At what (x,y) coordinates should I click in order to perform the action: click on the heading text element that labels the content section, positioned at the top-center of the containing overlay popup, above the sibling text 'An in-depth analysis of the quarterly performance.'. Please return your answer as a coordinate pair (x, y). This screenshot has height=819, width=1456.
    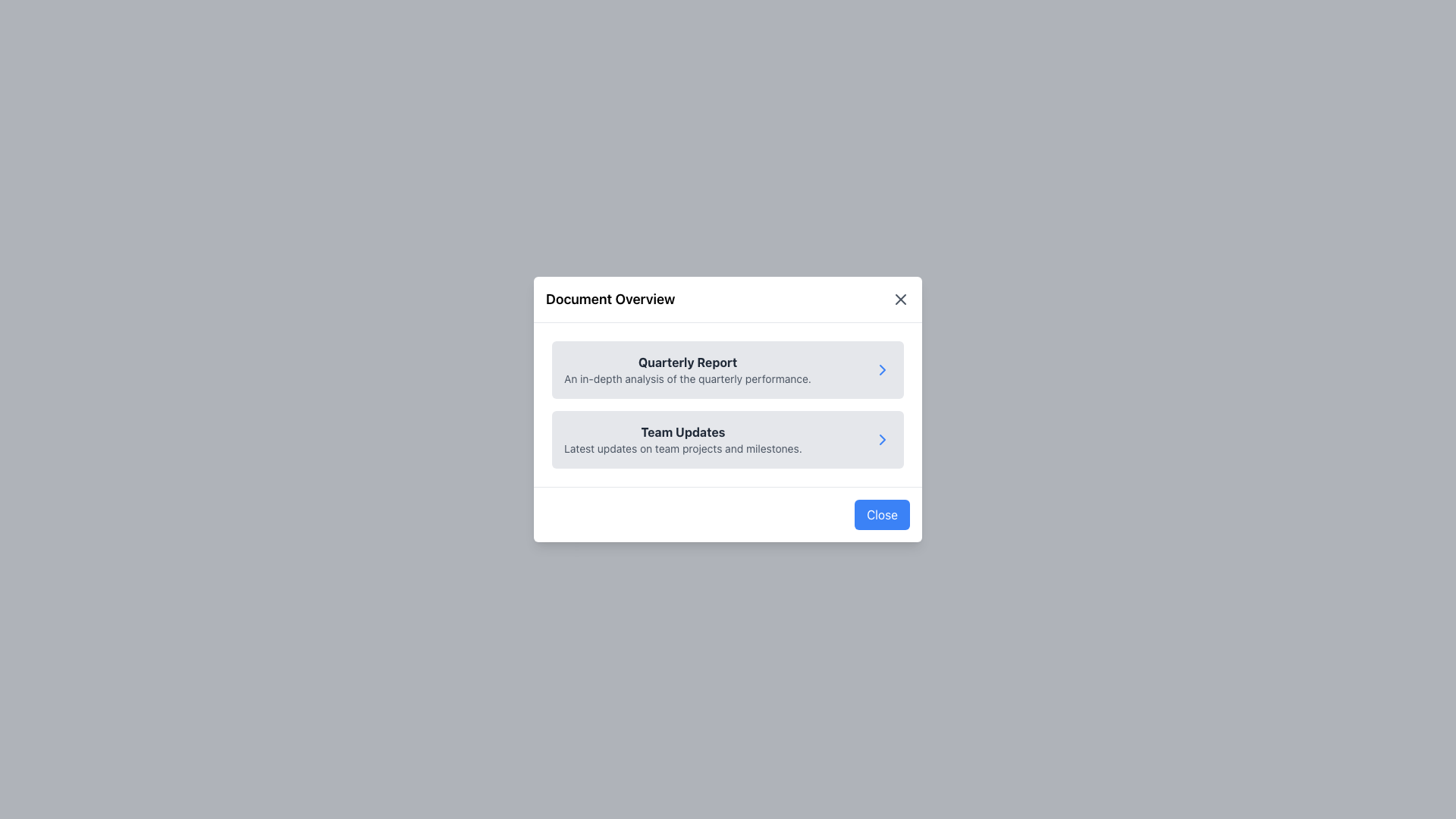
    Looking at the image, I should click on (687, 362).